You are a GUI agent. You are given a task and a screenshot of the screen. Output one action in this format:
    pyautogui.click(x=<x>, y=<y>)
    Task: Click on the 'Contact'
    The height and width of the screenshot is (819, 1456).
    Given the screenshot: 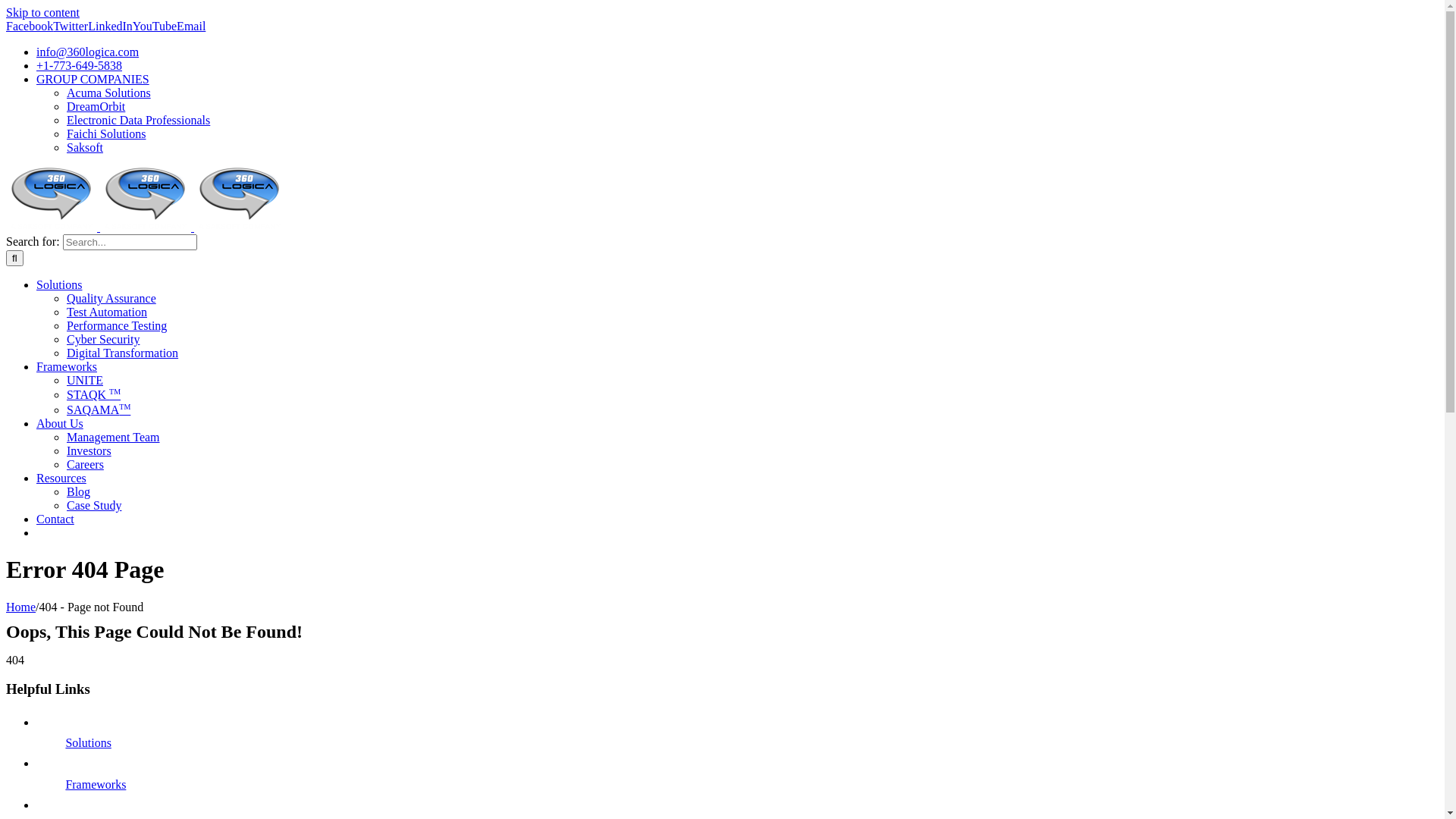 What is the action you would take?
    pyautogui.click(x=36, y=518)
    